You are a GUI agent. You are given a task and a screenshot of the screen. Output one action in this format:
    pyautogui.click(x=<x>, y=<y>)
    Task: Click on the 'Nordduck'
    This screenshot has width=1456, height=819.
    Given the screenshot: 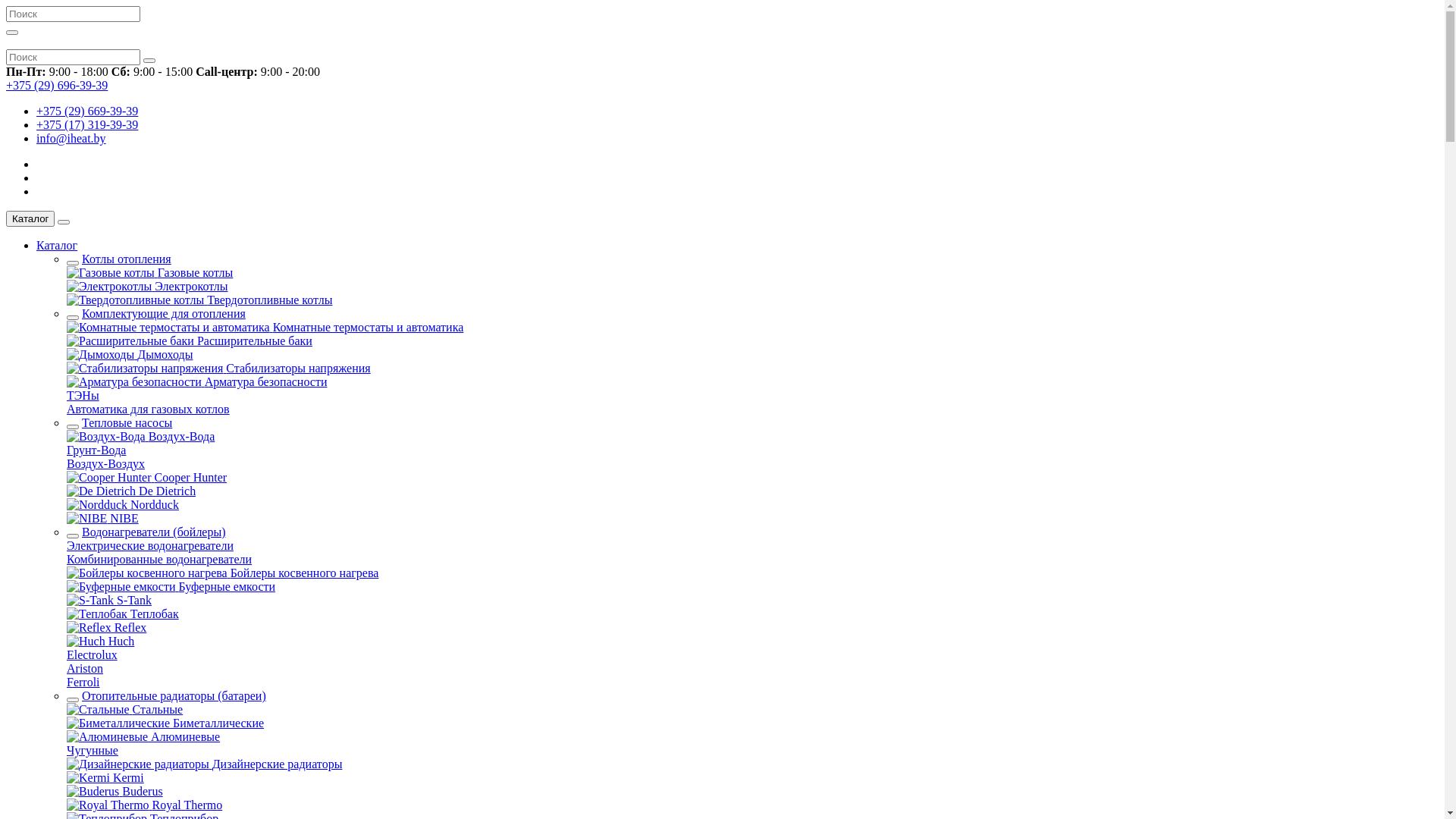 What is the action you would take?
    pyautogui.click(x=65, y=504)
    